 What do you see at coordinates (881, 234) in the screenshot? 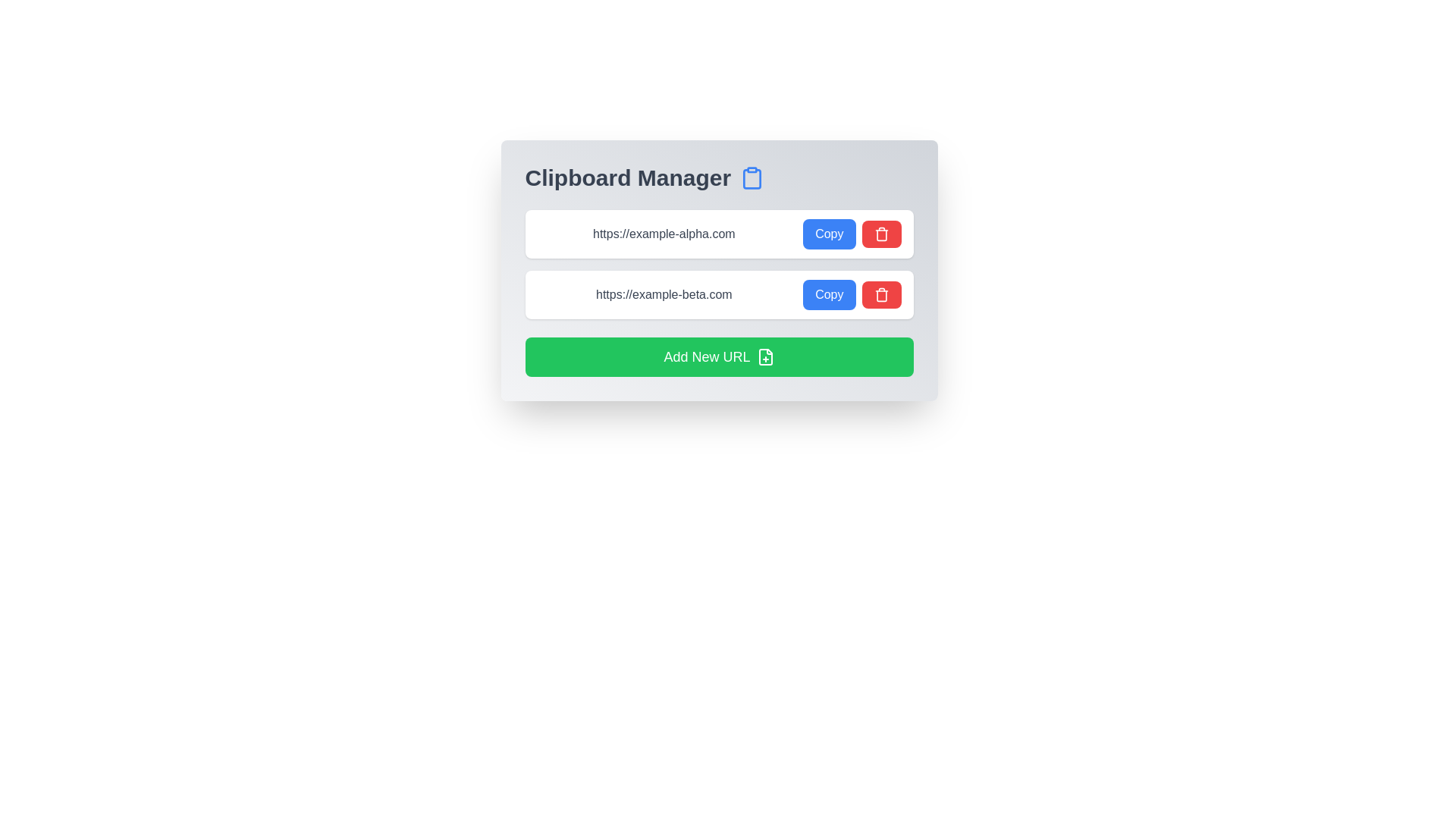
I see `the trash bin icon within the red circular button` at bounding box center [881, 234].